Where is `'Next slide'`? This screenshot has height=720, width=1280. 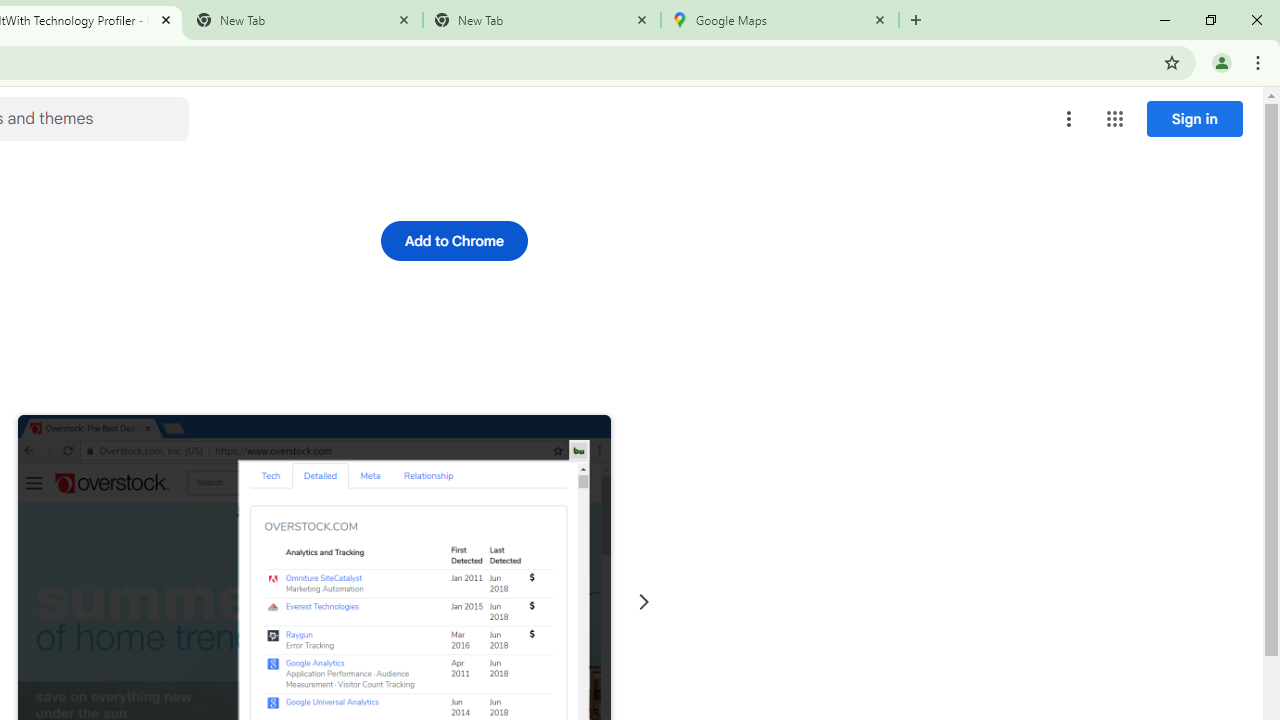
'Next slide' is located at coordinates (643, 601).